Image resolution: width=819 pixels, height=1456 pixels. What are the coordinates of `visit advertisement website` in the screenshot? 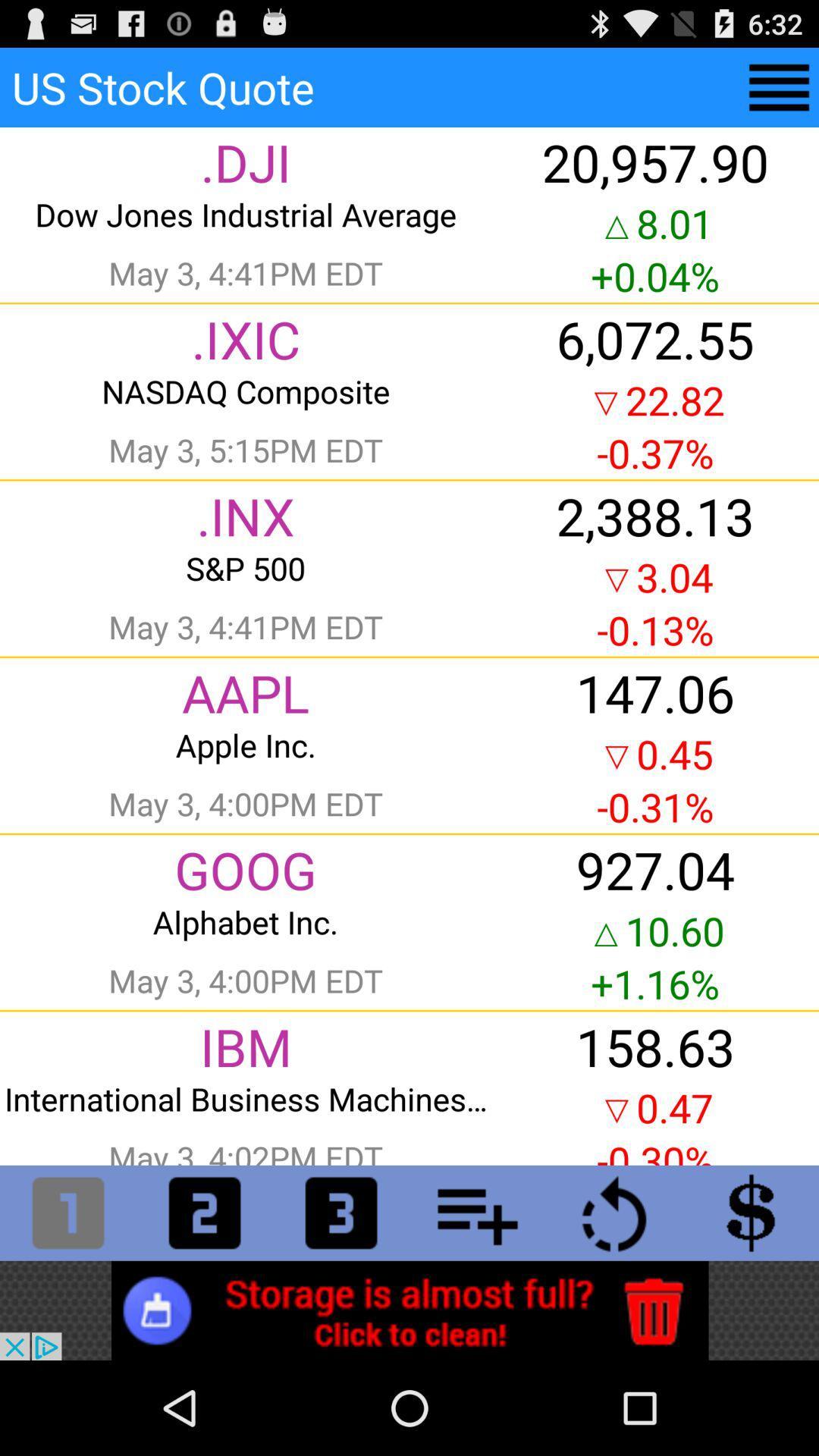 It's located at (409, 1310).